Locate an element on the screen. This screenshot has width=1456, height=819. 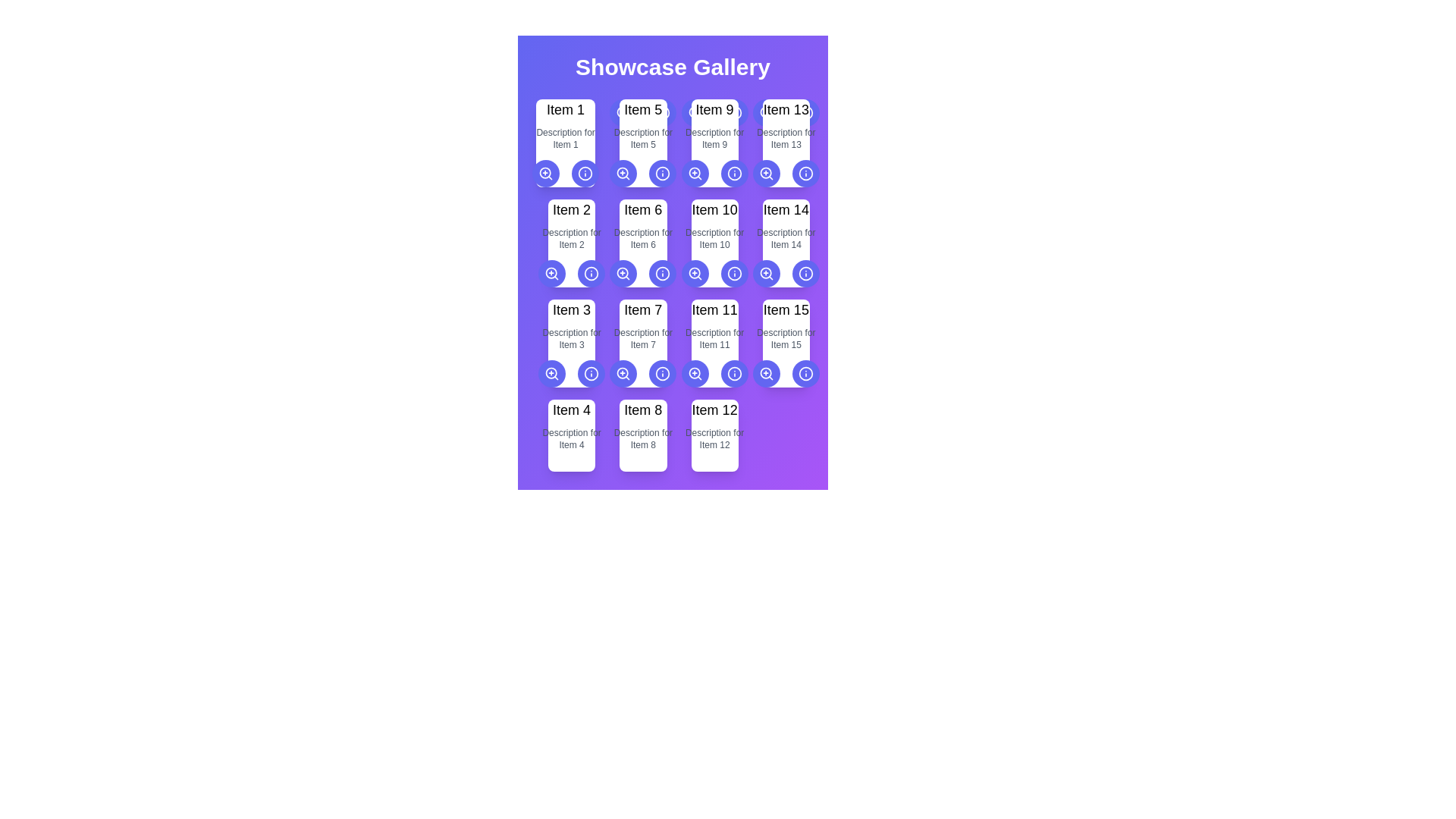
the zoom-in icon button located in the bottom-left corner of the third card from the top in the leftmost column is located at coordinates (551, 374).